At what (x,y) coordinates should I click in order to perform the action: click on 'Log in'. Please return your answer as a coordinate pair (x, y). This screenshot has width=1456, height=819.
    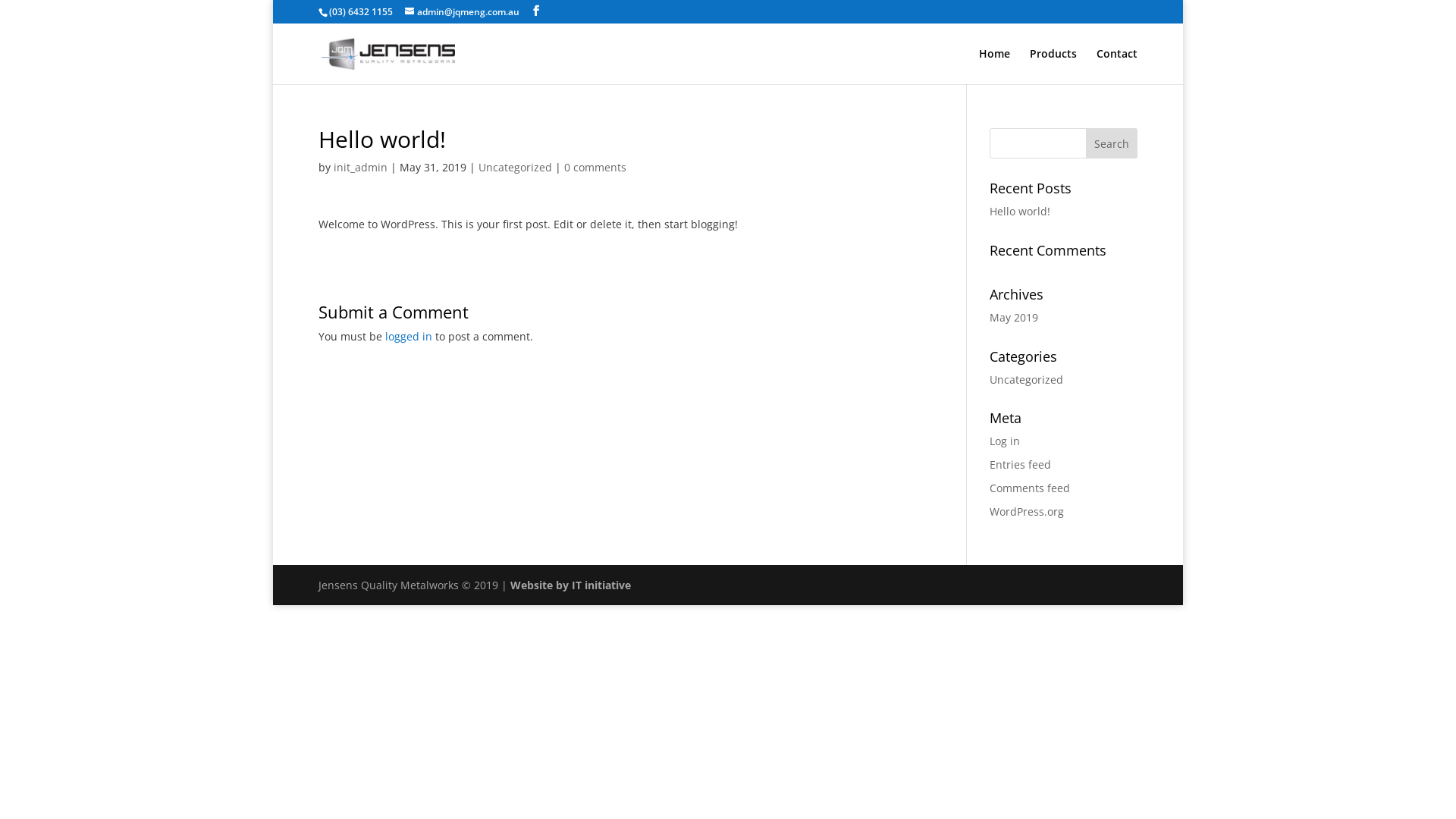
    Looking at the image, I should click on (990, 441).